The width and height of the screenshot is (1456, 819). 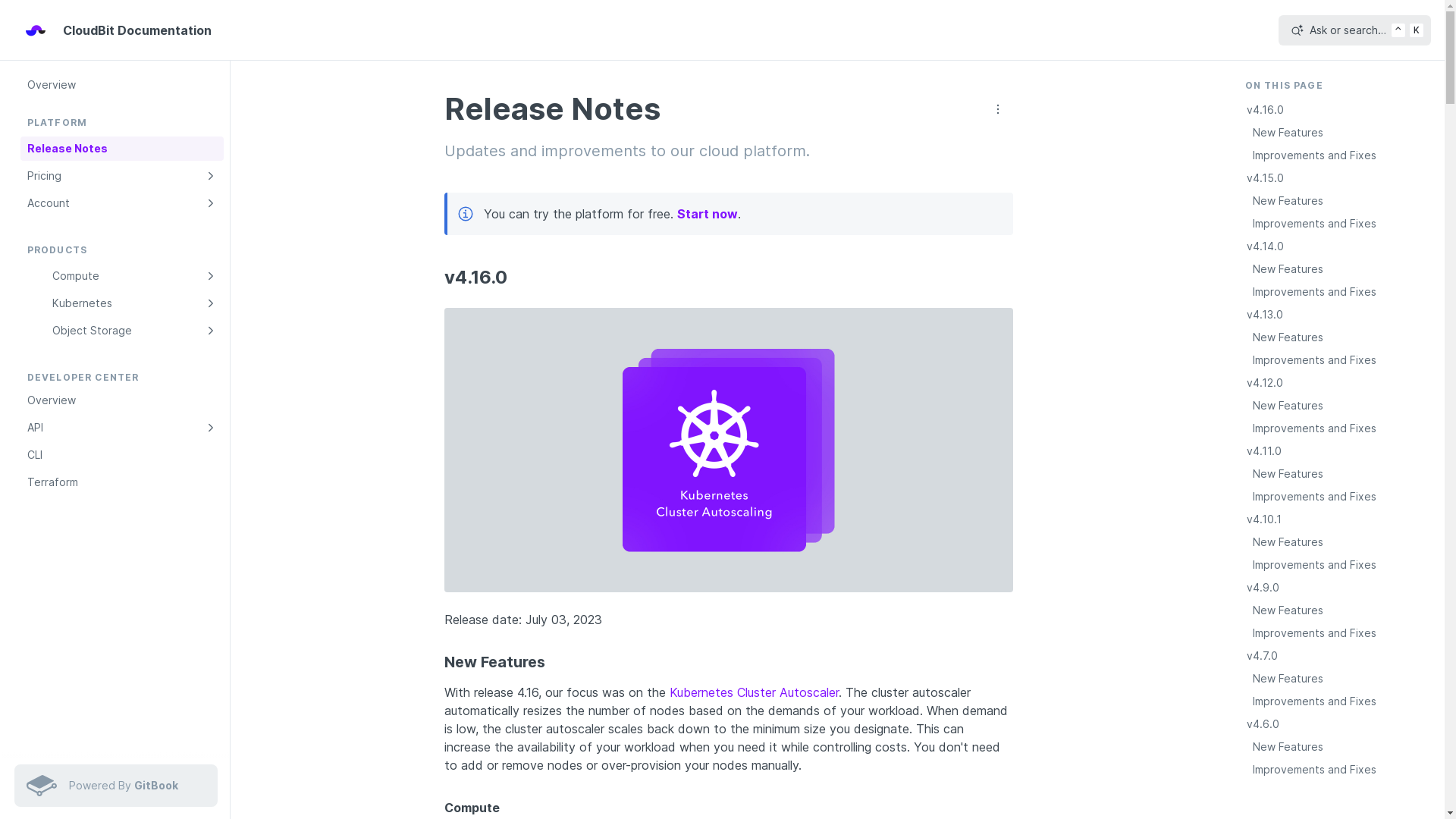 What do you see at coordinates (115, 785) in the screenshot?
I see `'Powered By GitBook'` at bounding box center [115, 785].